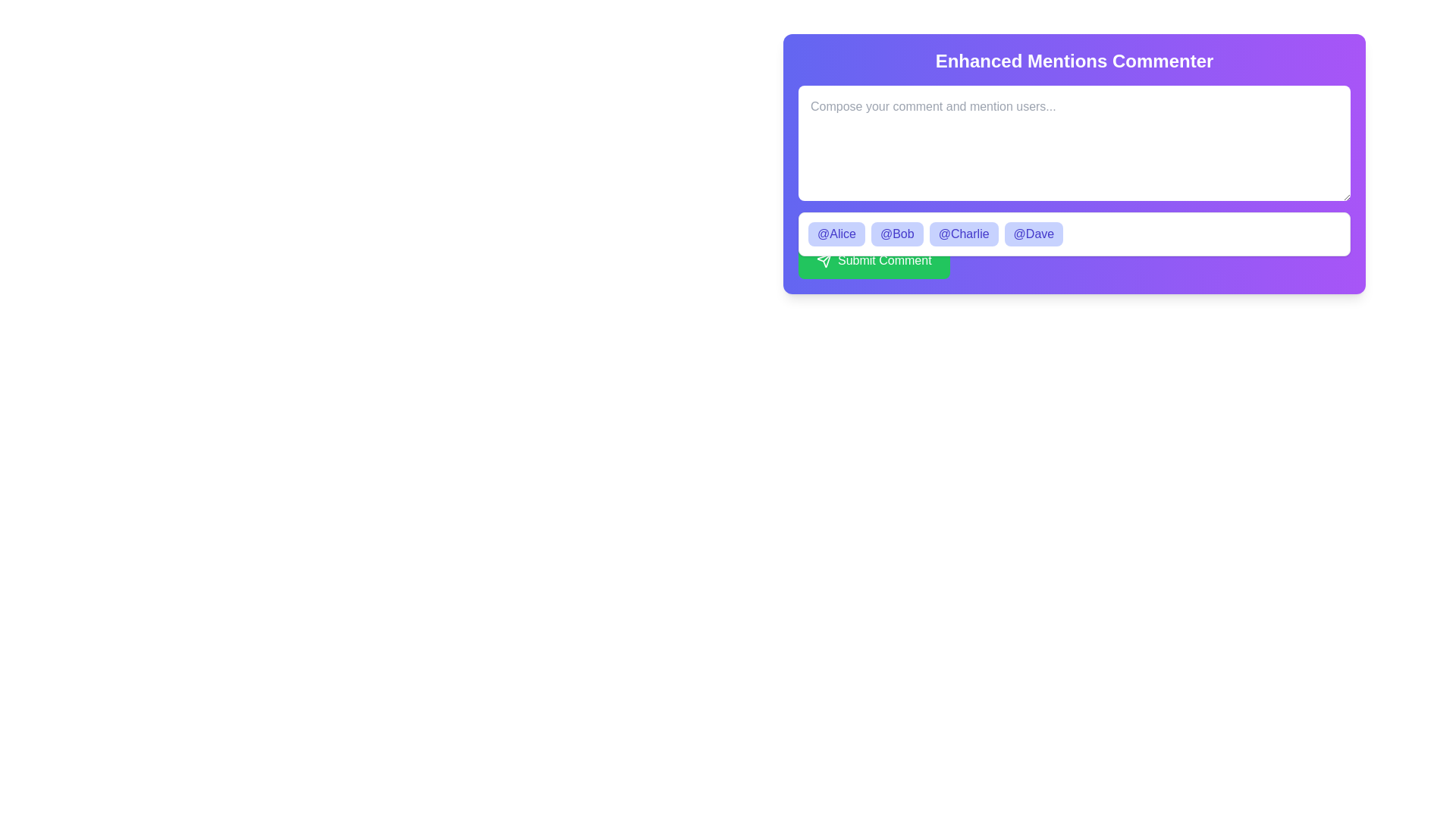 This screenshot has height=819, width=1456. Describe the element at coordinates (807, 227) in the screenshot. I see `the circle element within the SVG representation of a smiling face icon, which is centered in the mention tag interface` at that location.